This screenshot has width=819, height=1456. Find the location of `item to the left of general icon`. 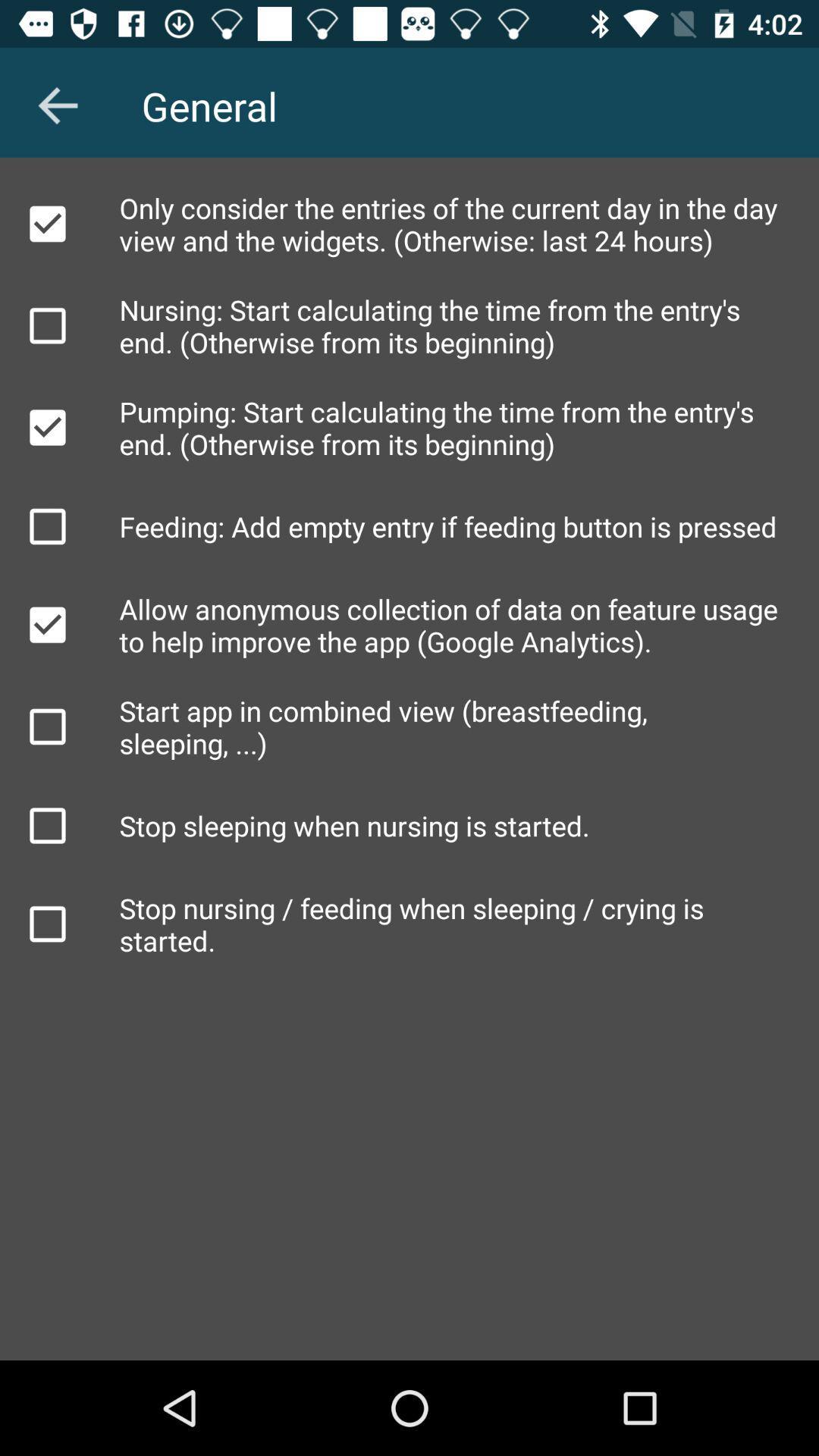

item to the left of general icon is located at coordinates (57, 105).